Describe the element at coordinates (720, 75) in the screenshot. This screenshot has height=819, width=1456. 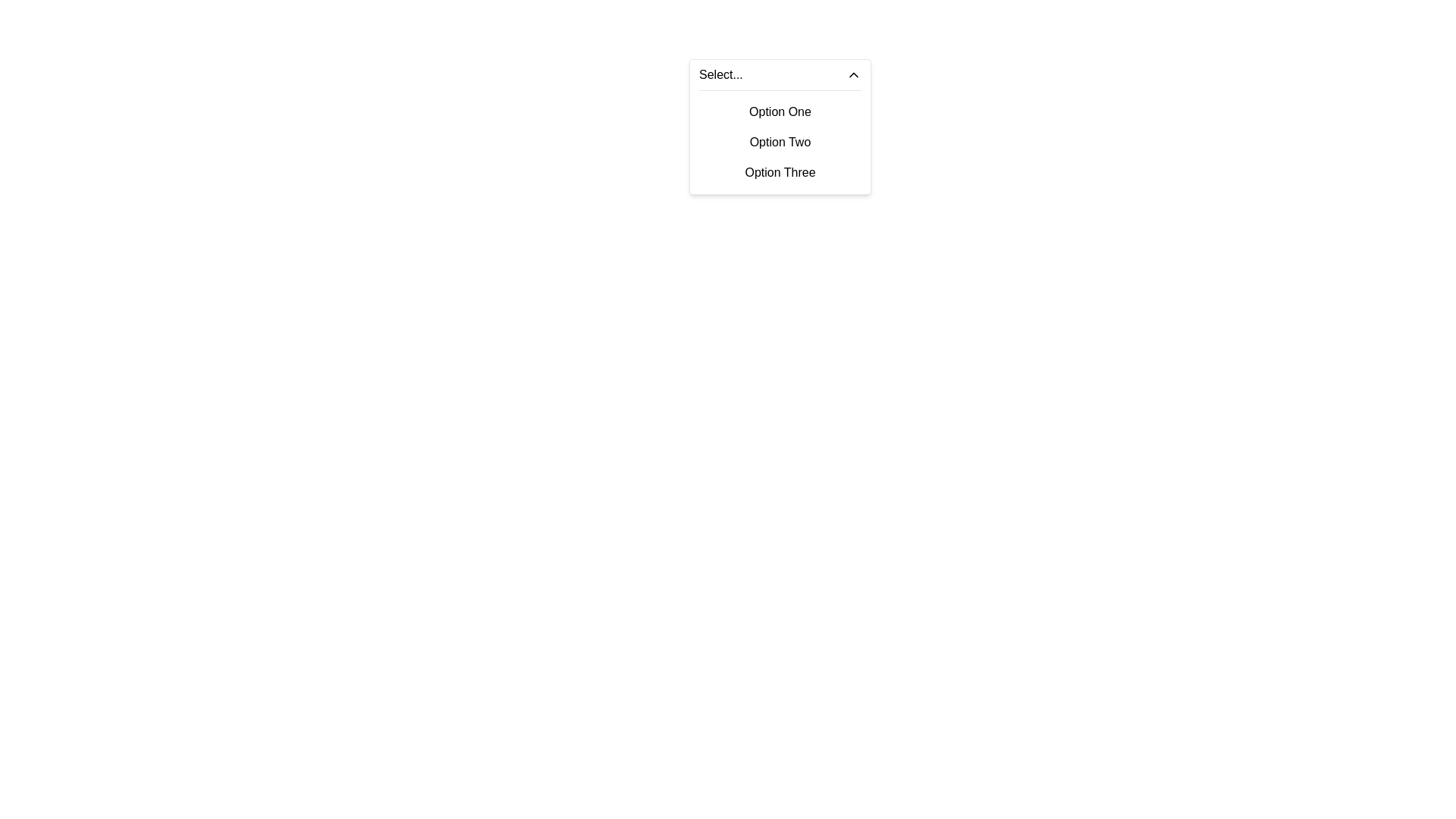
I see `displayed text of the static label 'Select...' located at the leftmost side of the dropdown menu header section` at that location.